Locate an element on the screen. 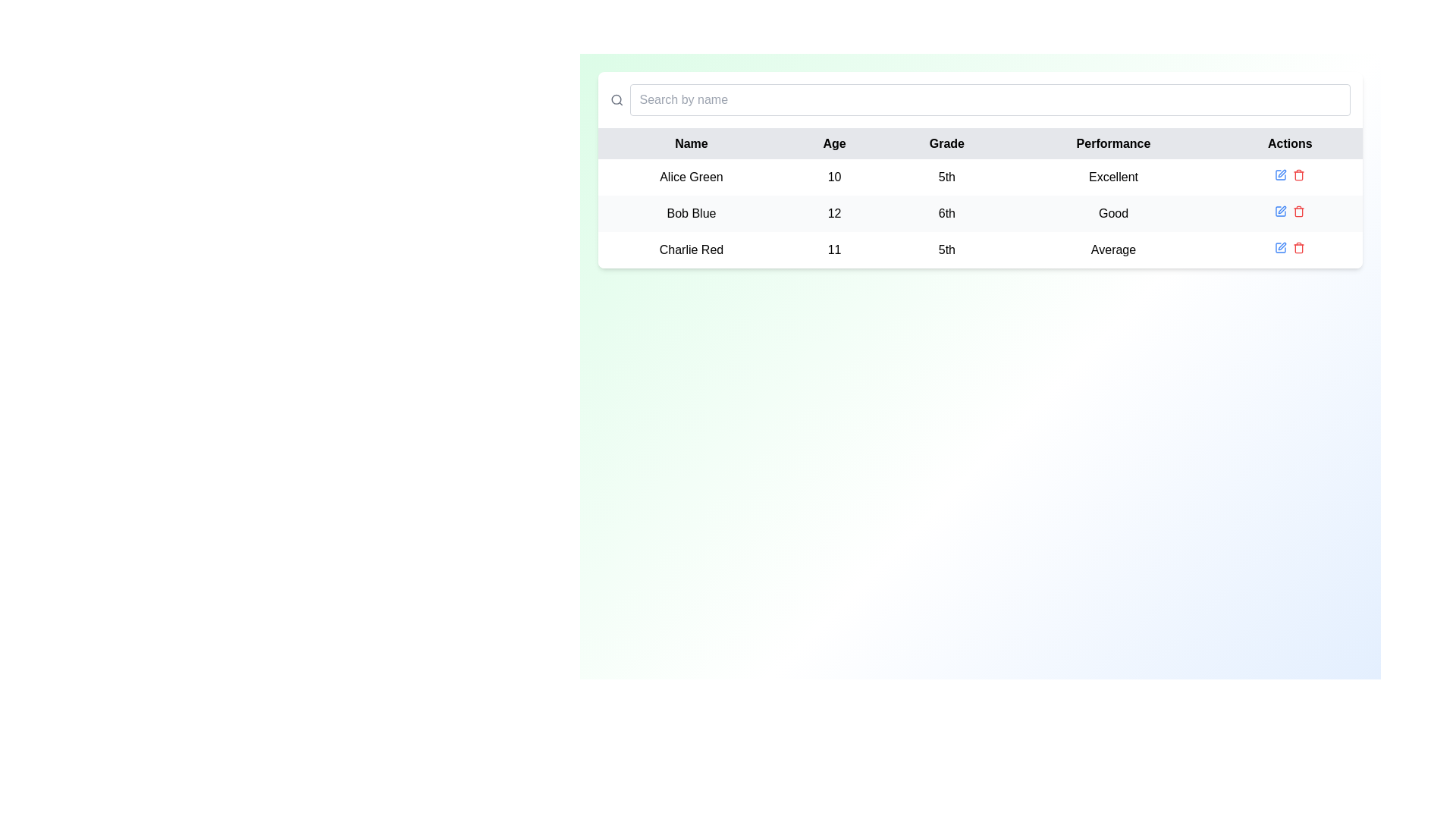 This screenshot has width=1456, height=819. the non-interactive label representing the name of a person in the first data row of the table under the 'Name' header is located at coordinates (691, 177).